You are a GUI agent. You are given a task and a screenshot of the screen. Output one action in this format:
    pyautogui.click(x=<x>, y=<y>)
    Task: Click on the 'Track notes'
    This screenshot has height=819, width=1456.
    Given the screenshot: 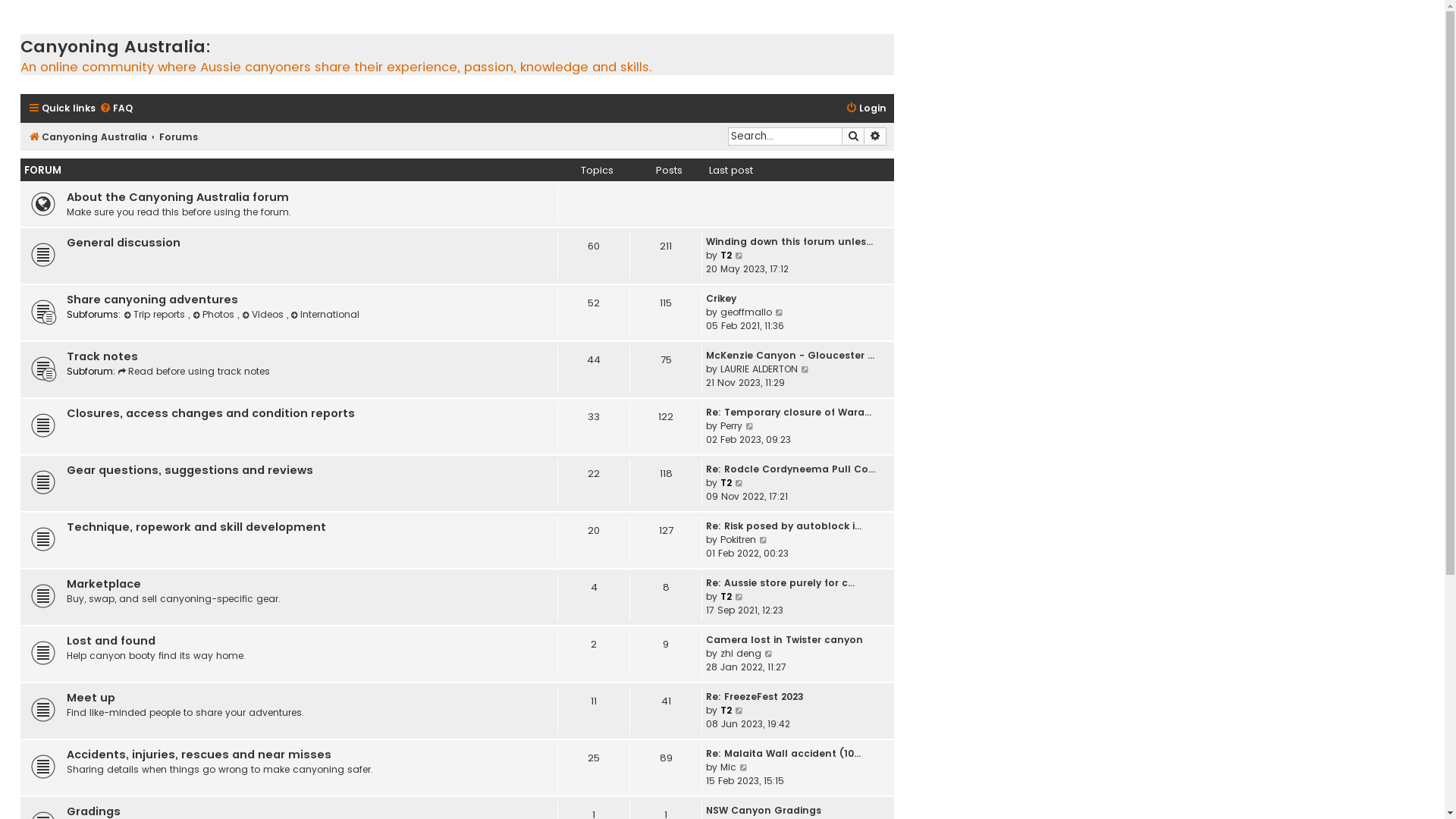 What is the action you would take?
    pyautogui.click(x=101, y=357)
    